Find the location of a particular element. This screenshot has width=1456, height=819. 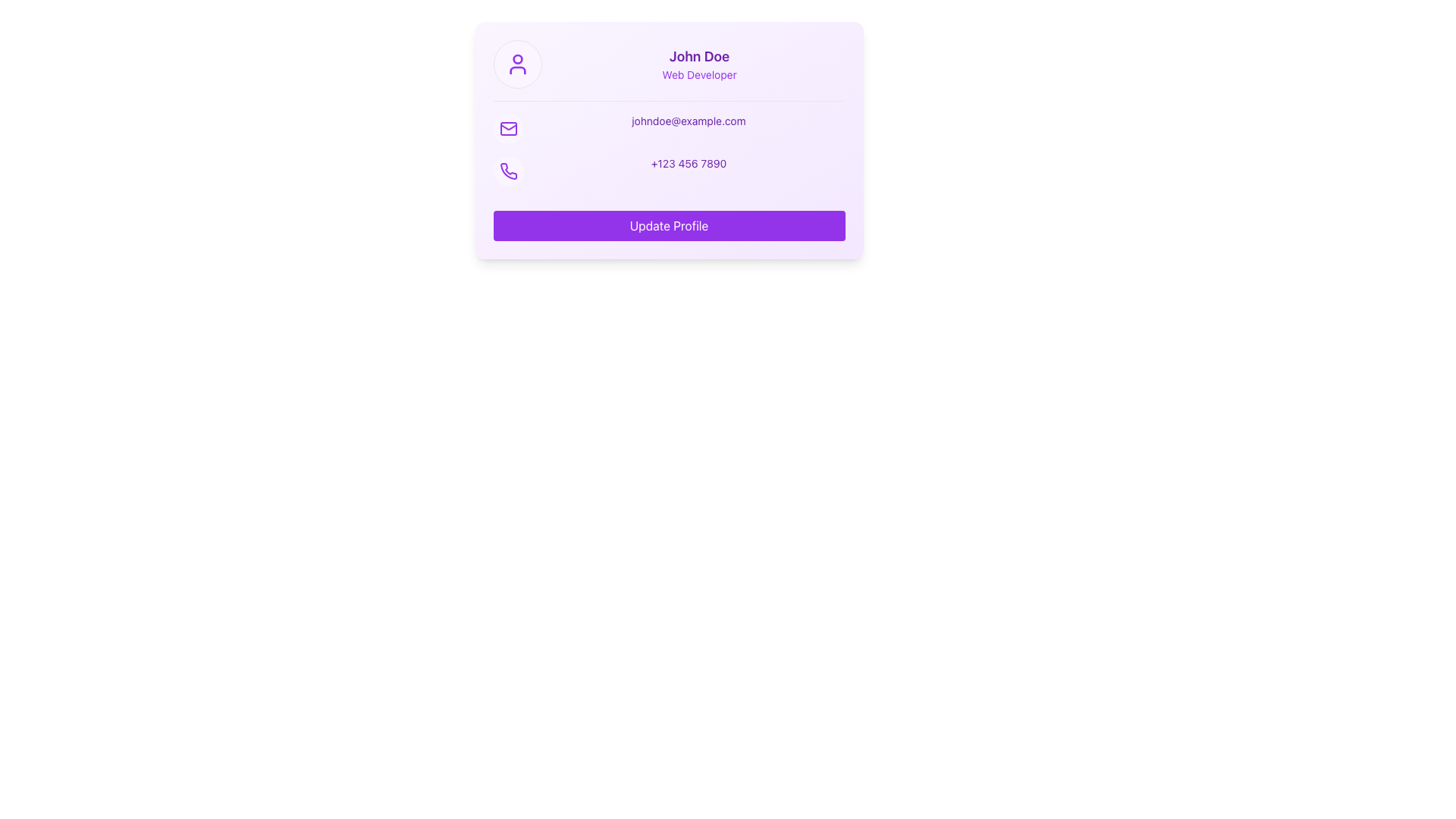

the phone contact icon, which is the third icon in a vertical group to the left of the profile card, positioned below the envelope icon and above the 'Update Profile' button is located at coordinates (508, 171).